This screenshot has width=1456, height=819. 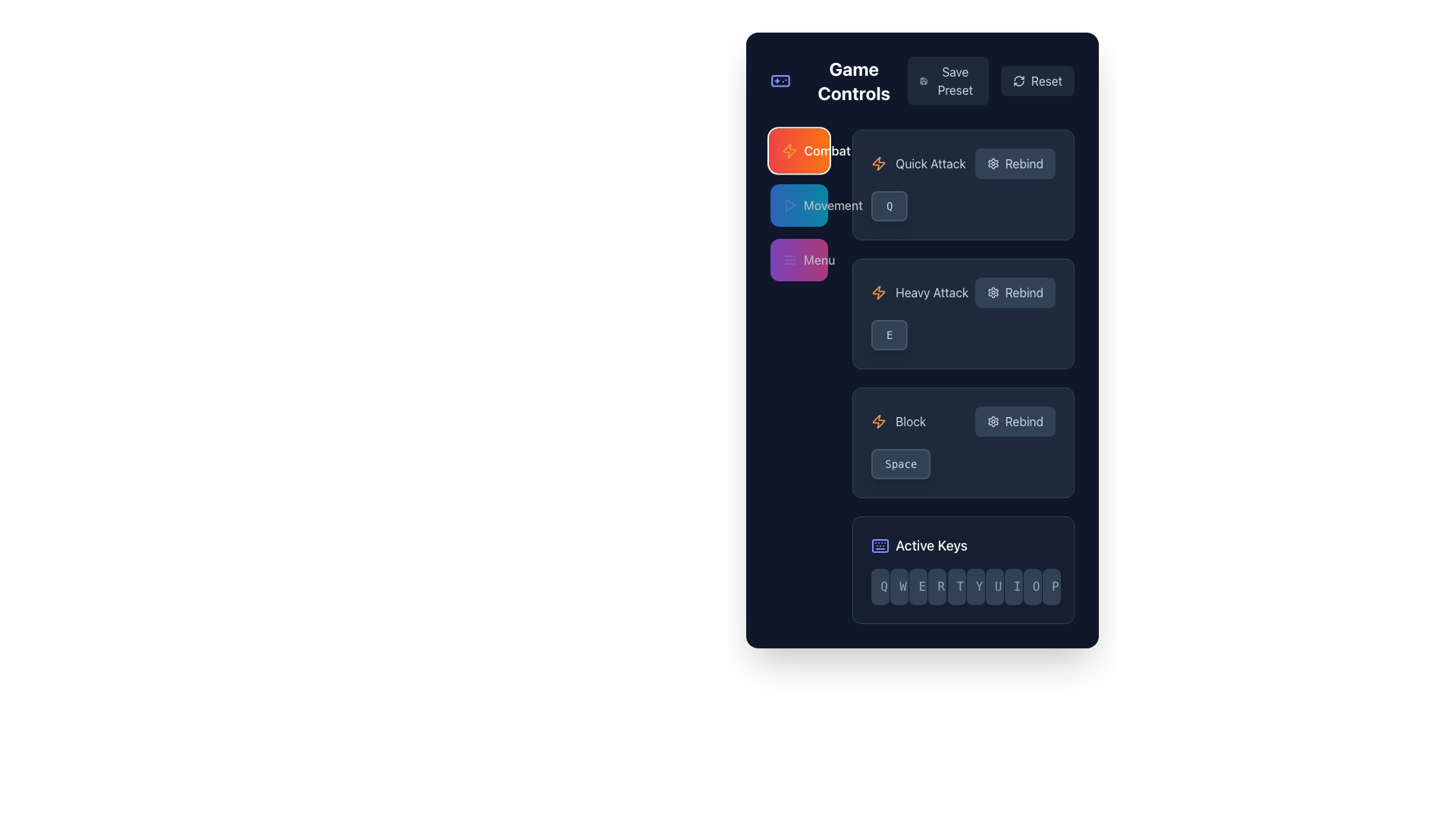 I want to click on the grouped interactive buttons for preset management, which includes 'Save Preset' and 'Reset' options, located, so click(x=991, y=81).